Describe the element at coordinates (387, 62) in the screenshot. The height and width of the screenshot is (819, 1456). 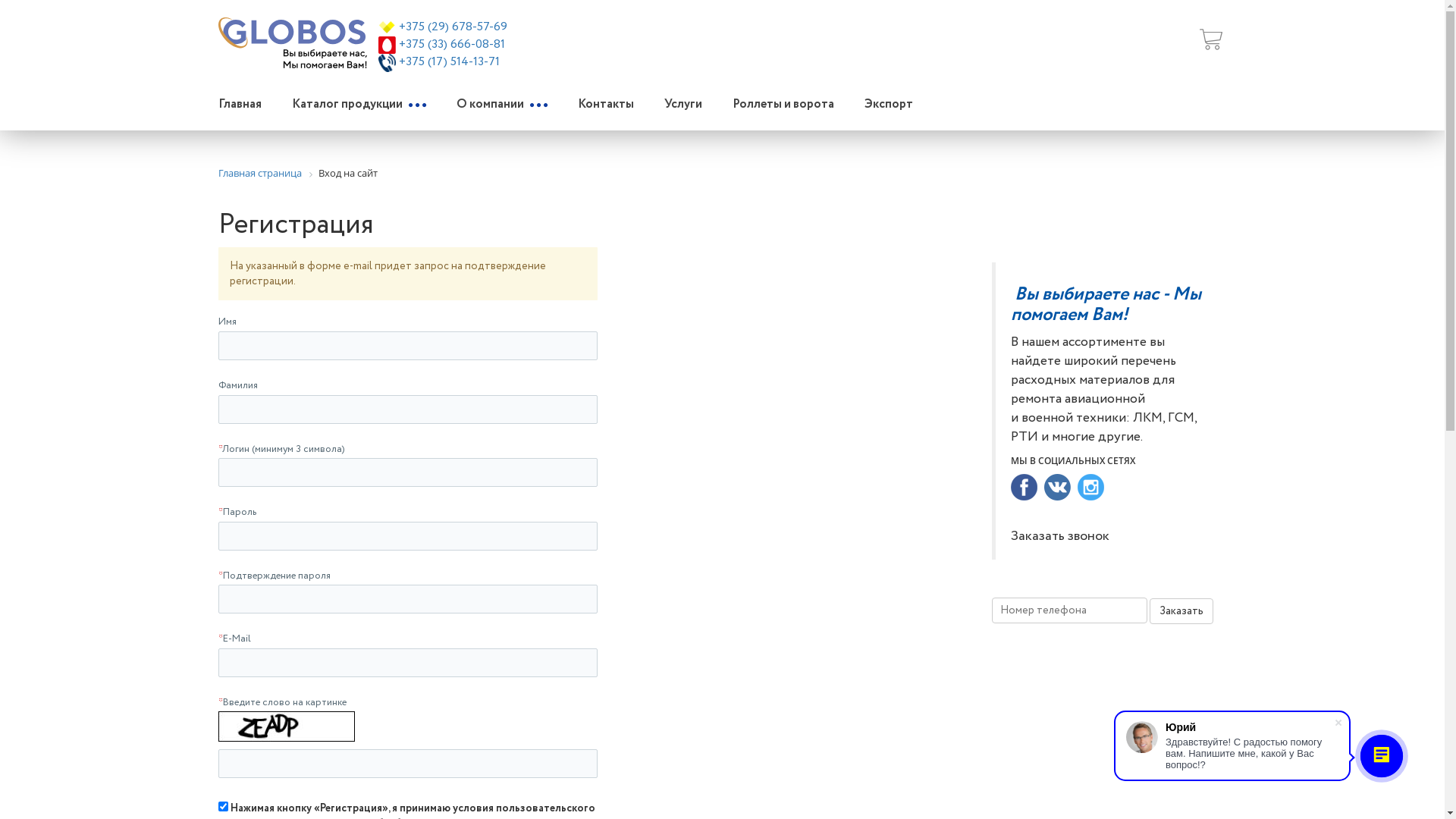
I see `'tel_icon.png'` at that location.